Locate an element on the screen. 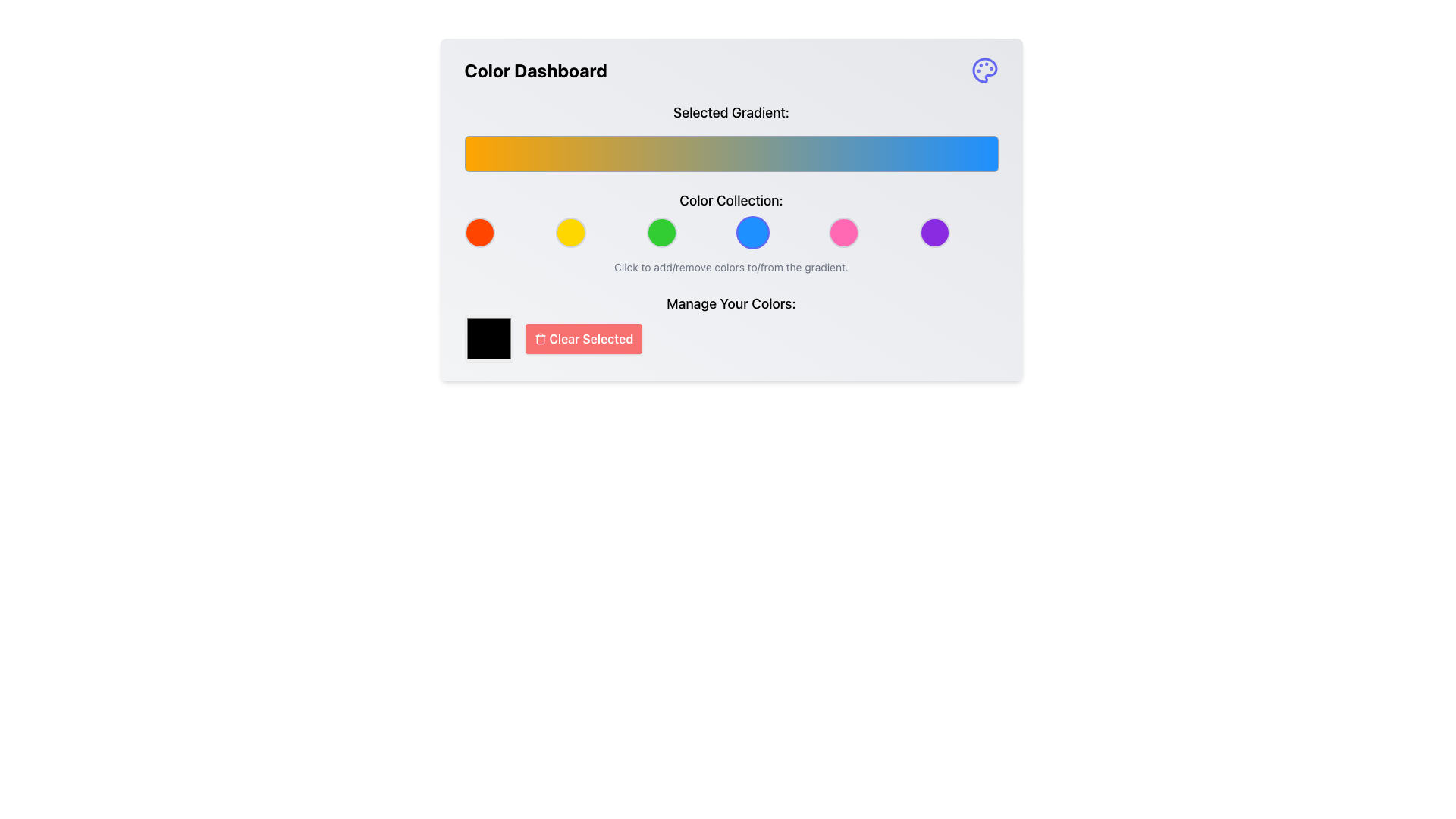 This screenshot has height=819, width=1456. the Static Text element that serves as a label indicating the section for gradient display in the 'Color Dashboard', located above the gradient preview bar is located at coordinates (731, 112).